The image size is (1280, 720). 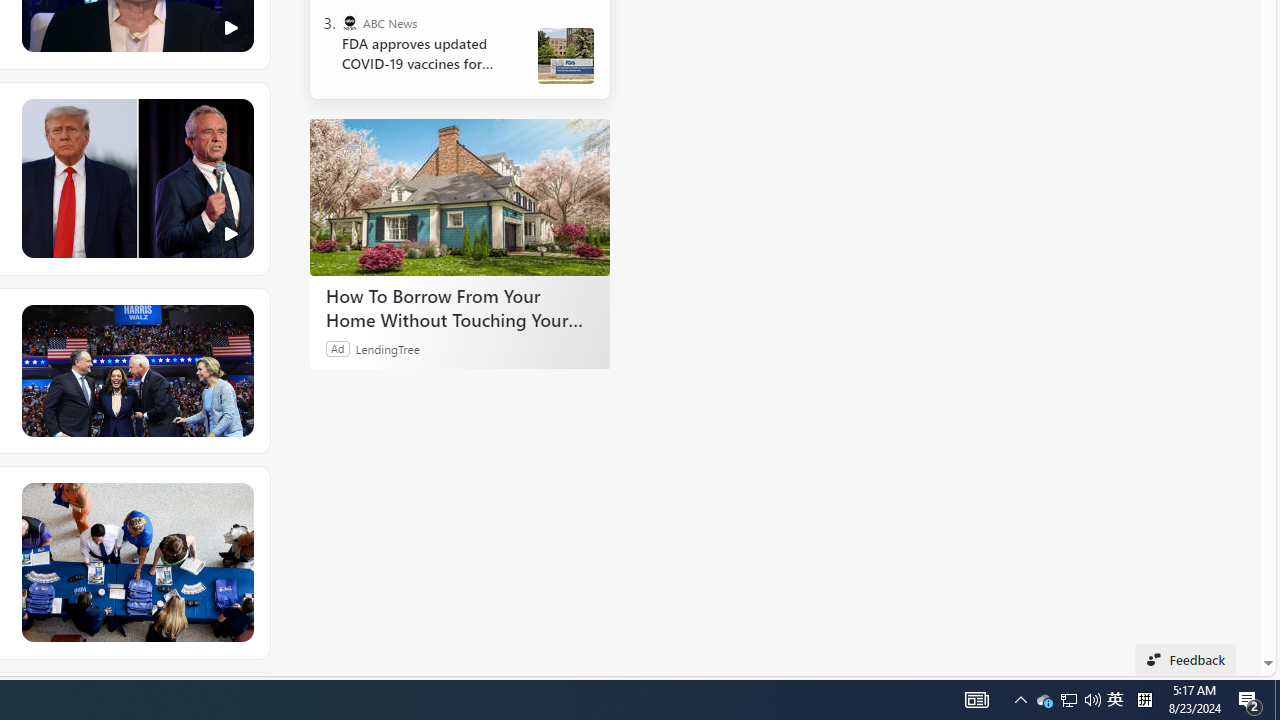 I want to click on 'LendingTree', so click(x=387, y=347).